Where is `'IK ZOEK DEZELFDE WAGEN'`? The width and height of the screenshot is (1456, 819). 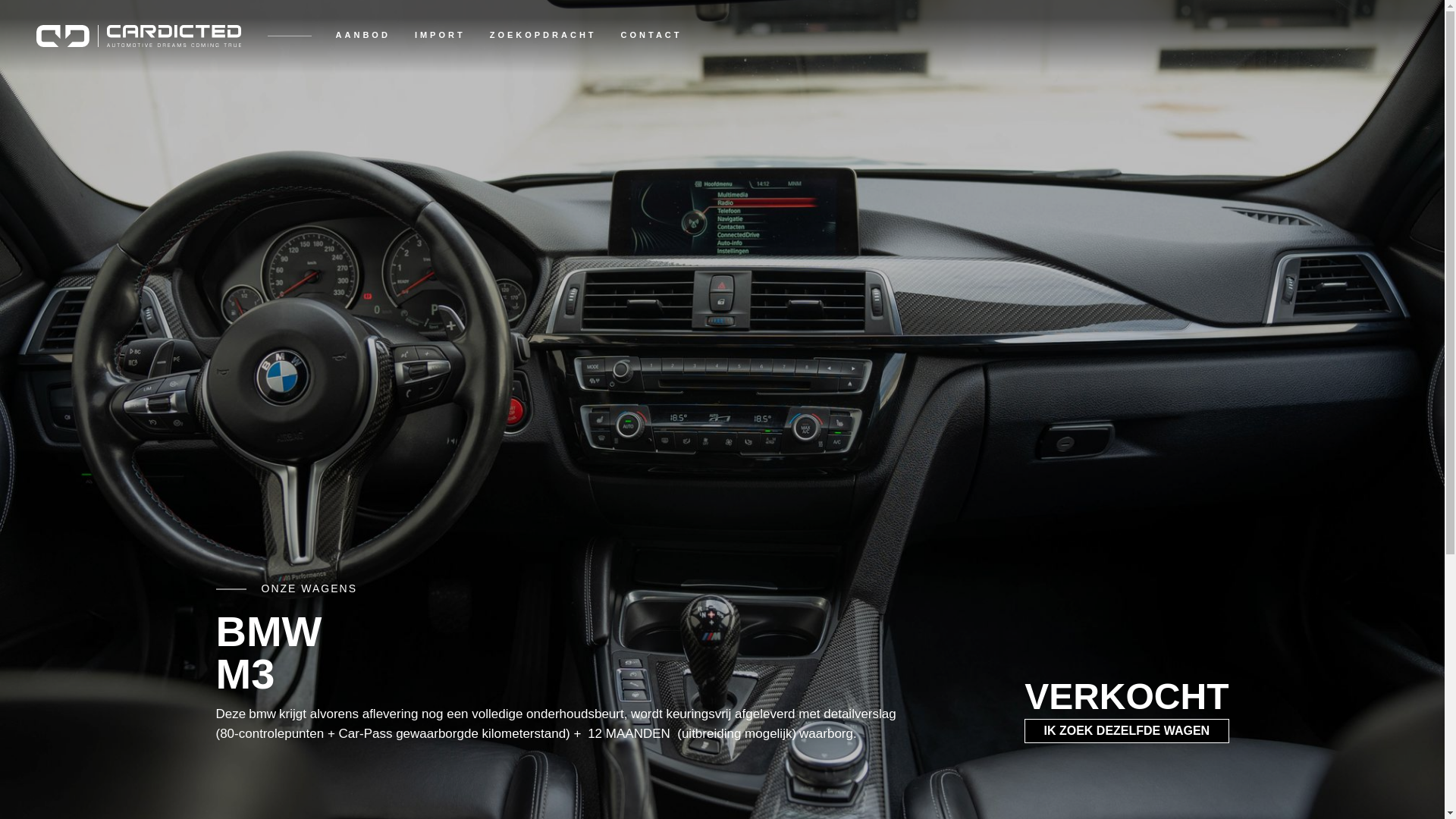 'IK ZOEK DEZELFDE WAGEN' is located at coordinates (1126, 730).